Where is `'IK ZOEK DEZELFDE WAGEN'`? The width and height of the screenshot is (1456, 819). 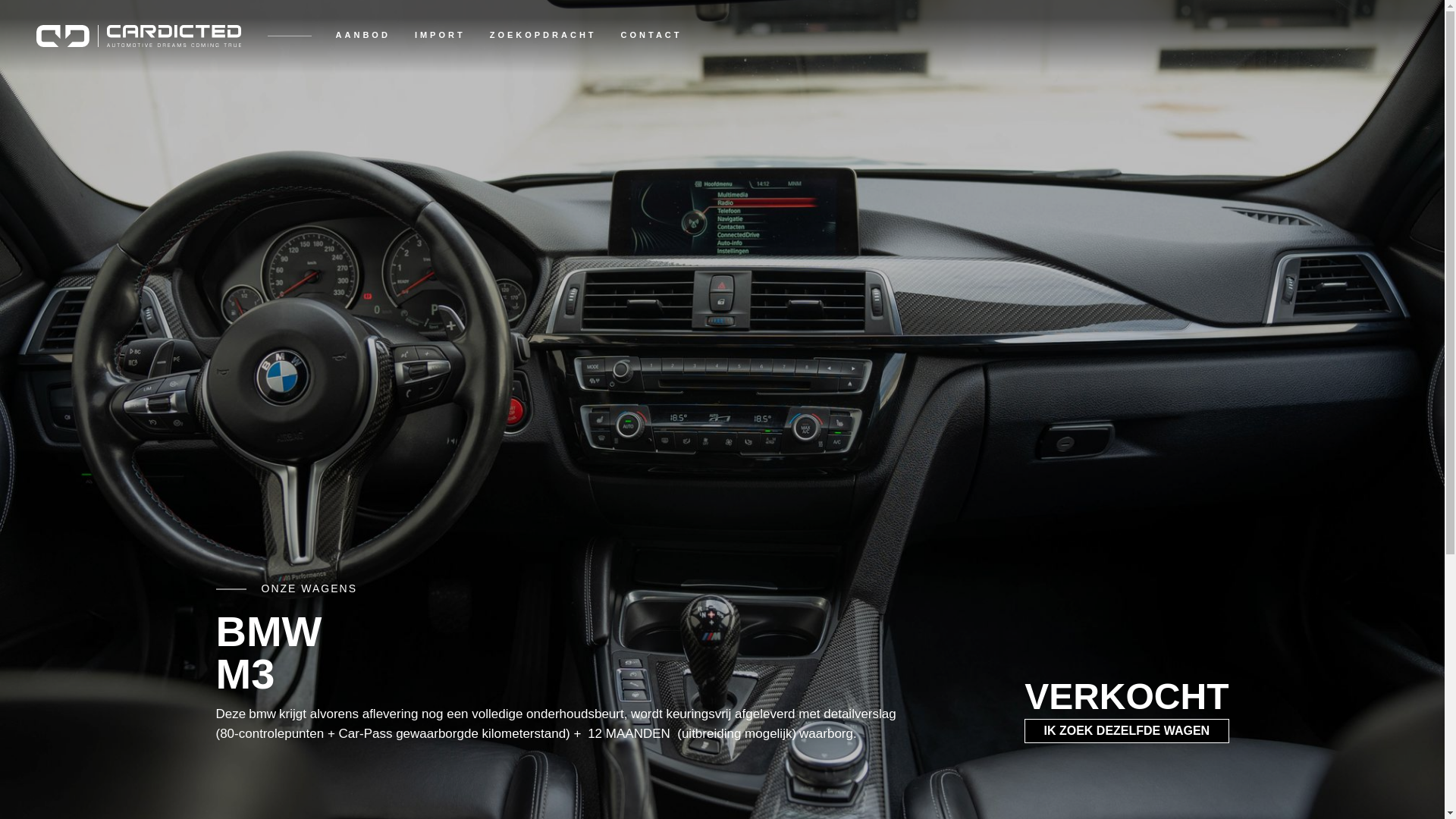 'IK ZOEK DEZELFDE WAGEN' is located at coordinates (1126, 730).